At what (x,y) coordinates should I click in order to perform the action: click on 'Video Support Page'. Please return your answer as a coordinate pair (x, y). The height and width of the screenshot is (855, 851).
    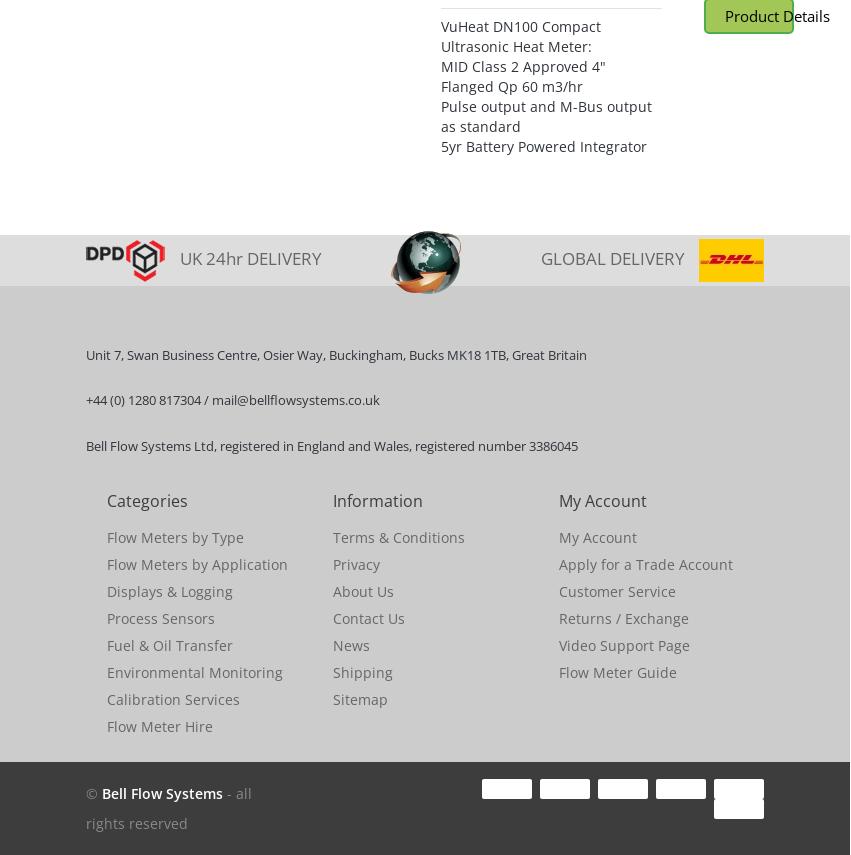
    Looking at the image, I should click on (623, 644).